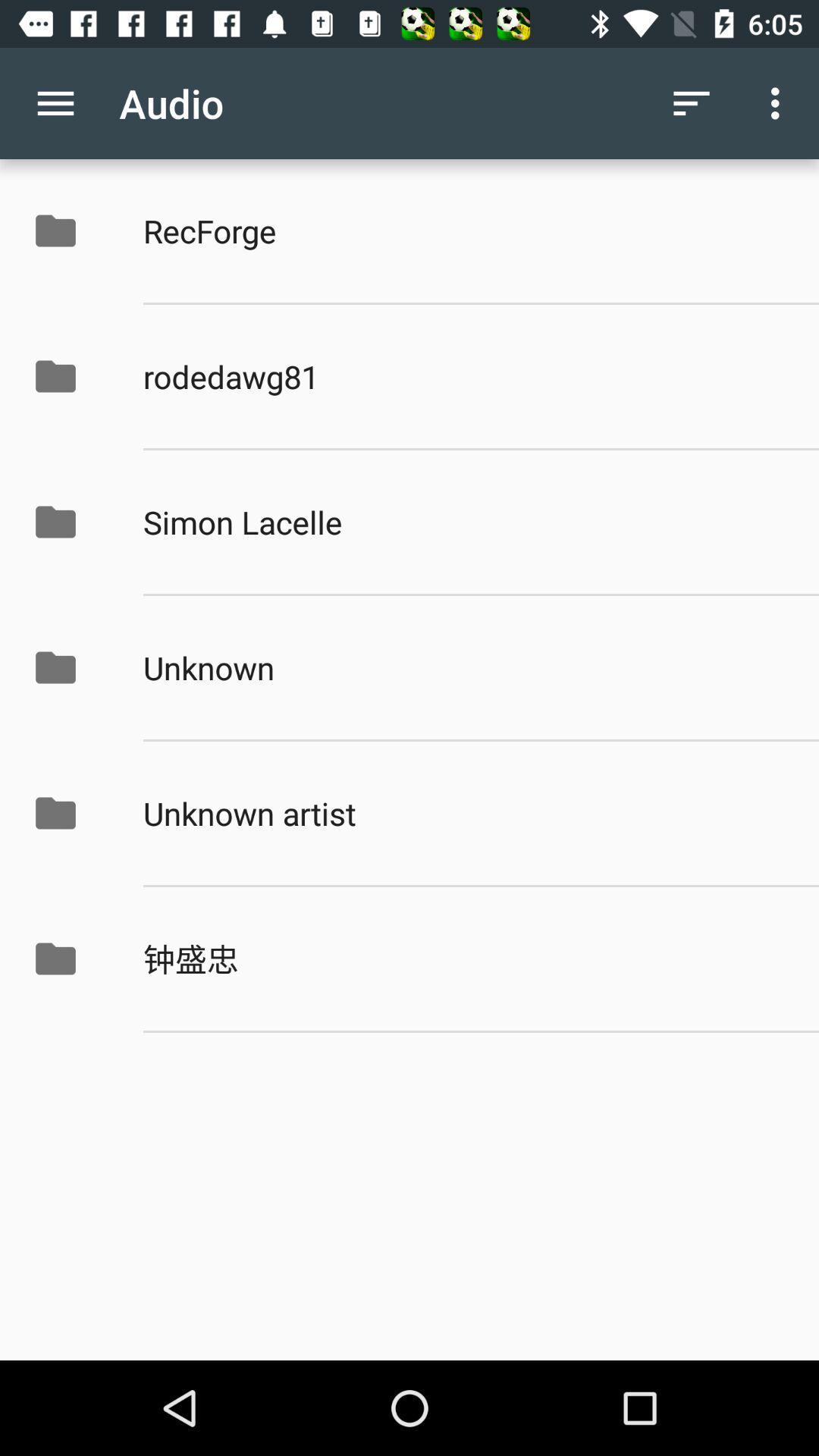 This screenshot has width=819, height=1456. What do you see at coordinates (779, 102) in the screenshot?
I see `item above recforge item` at bounding box center [779, 102].